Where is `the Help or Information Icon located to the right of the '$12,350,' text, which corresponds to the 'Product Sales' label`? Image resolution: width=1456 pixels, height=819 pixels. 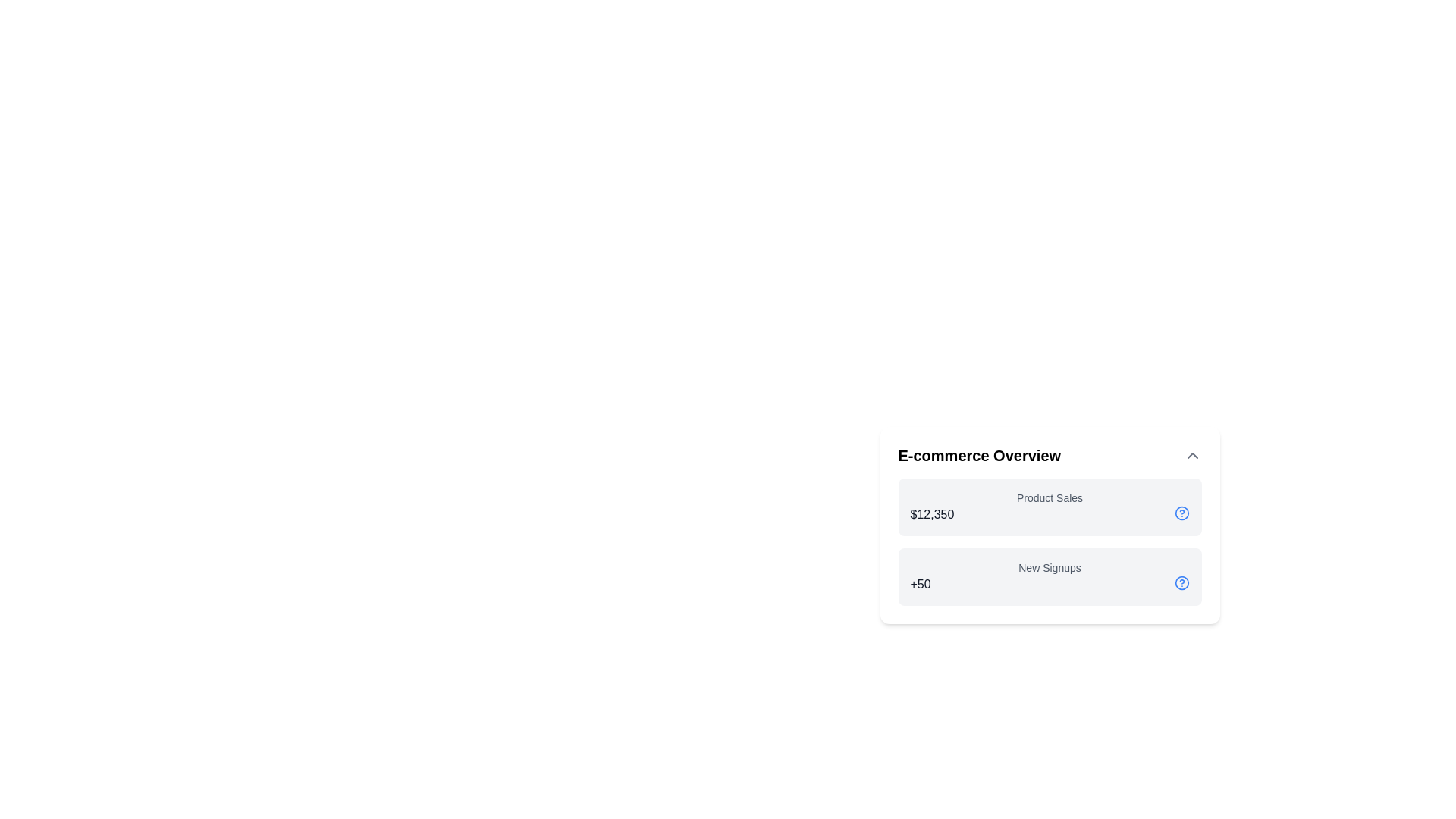
the Help or Information Icon located to the right of the '$12,350,' text, which corresponds to the 'Product Sales' label is located at coordinates (1181, 513).